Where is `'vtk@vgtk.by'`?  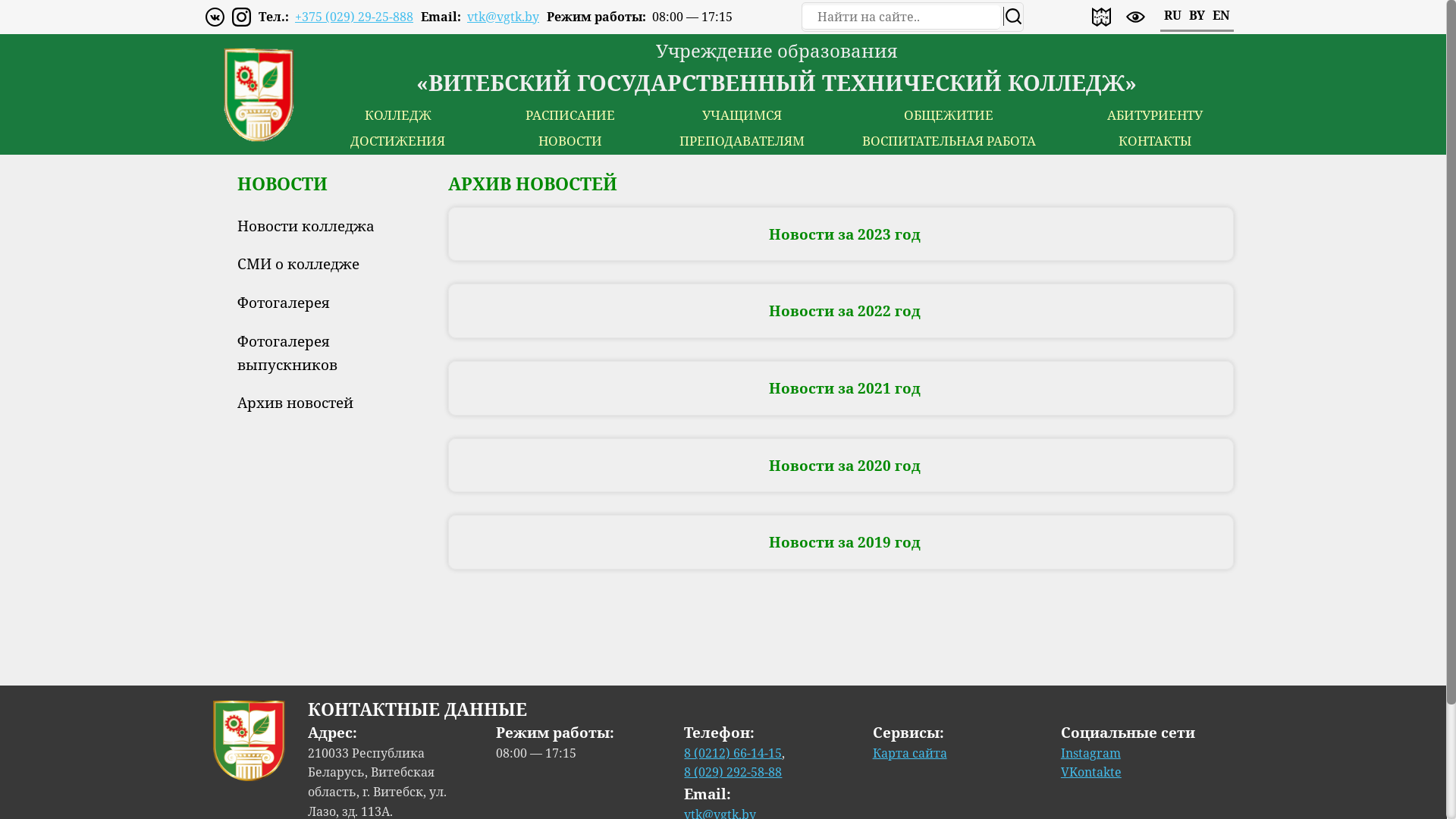
'vtk@vgtk.by' is located at coordinates (503, 17).